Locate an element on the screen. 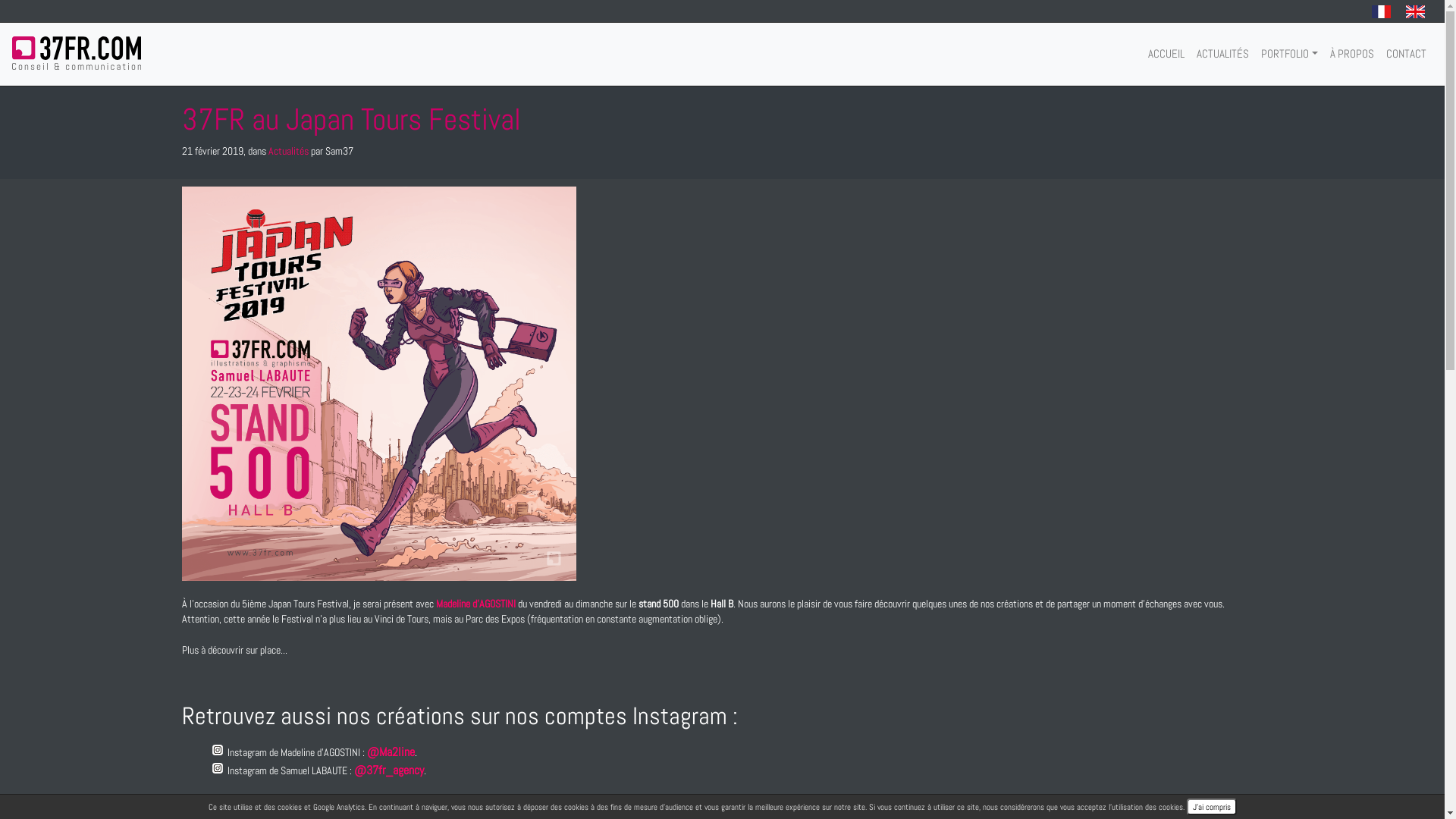 This screenshot has width=1456, height=819. 'Samuel LABAUTE - 37FR.COM Conseil & communication' is located at coordinates (75, 52).